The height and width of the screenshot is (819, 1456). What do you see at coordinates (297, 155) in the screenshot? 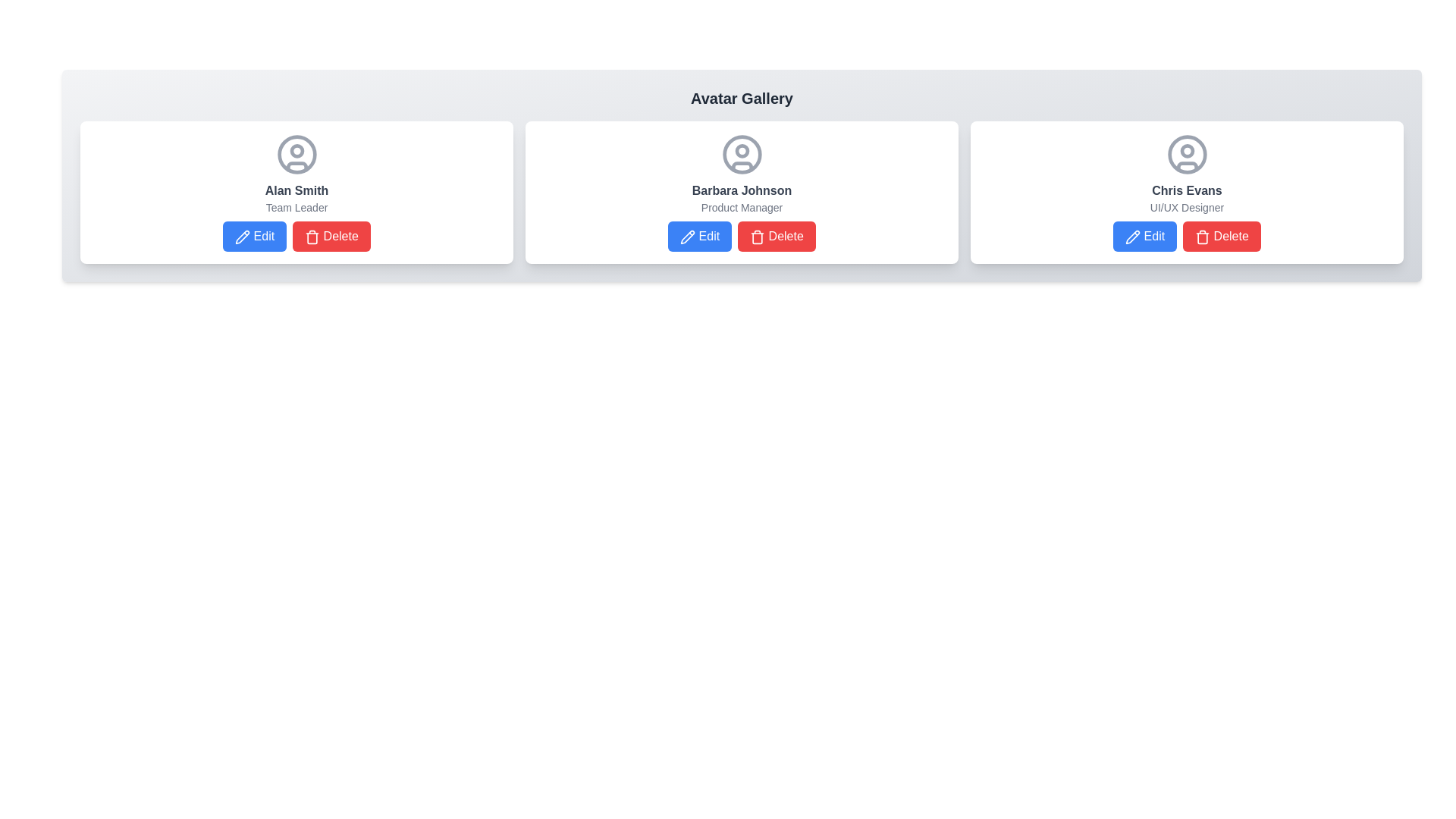
I see `the user icon representing 'Alan Smith' in the 'Avatar Gallery' section, which is located above the user's name and role text` at bounding box center [297, 155].